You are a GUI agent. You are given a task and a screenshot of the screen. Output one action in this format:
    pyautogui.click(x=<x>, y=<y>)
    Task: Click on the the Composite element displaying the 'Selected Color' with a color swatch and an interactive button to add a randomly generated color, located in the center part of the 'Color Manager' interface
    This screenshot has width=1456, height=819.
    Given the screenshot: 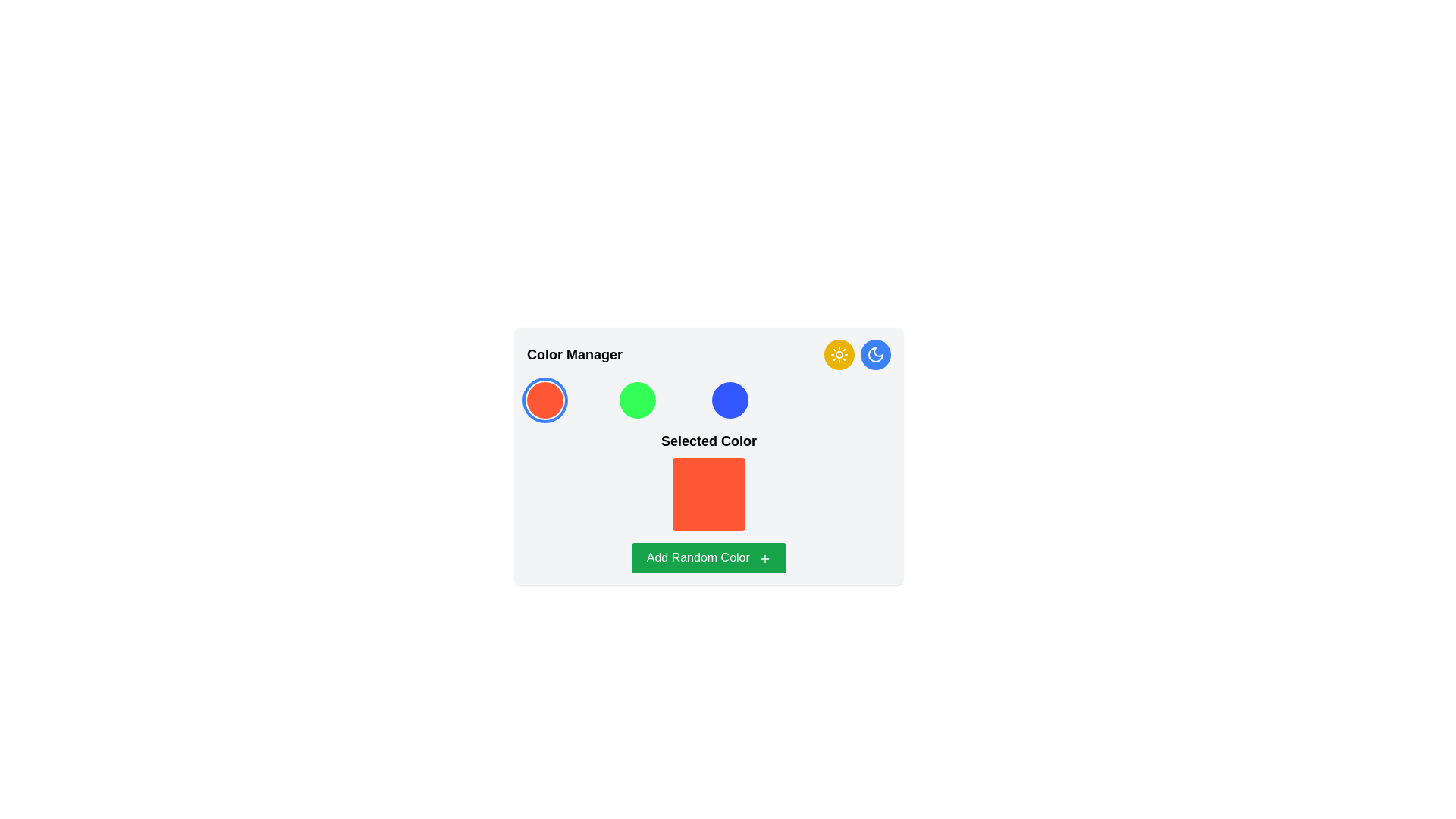 What is the action you would take?
    pyautogui.click(x=708, y=502)
    